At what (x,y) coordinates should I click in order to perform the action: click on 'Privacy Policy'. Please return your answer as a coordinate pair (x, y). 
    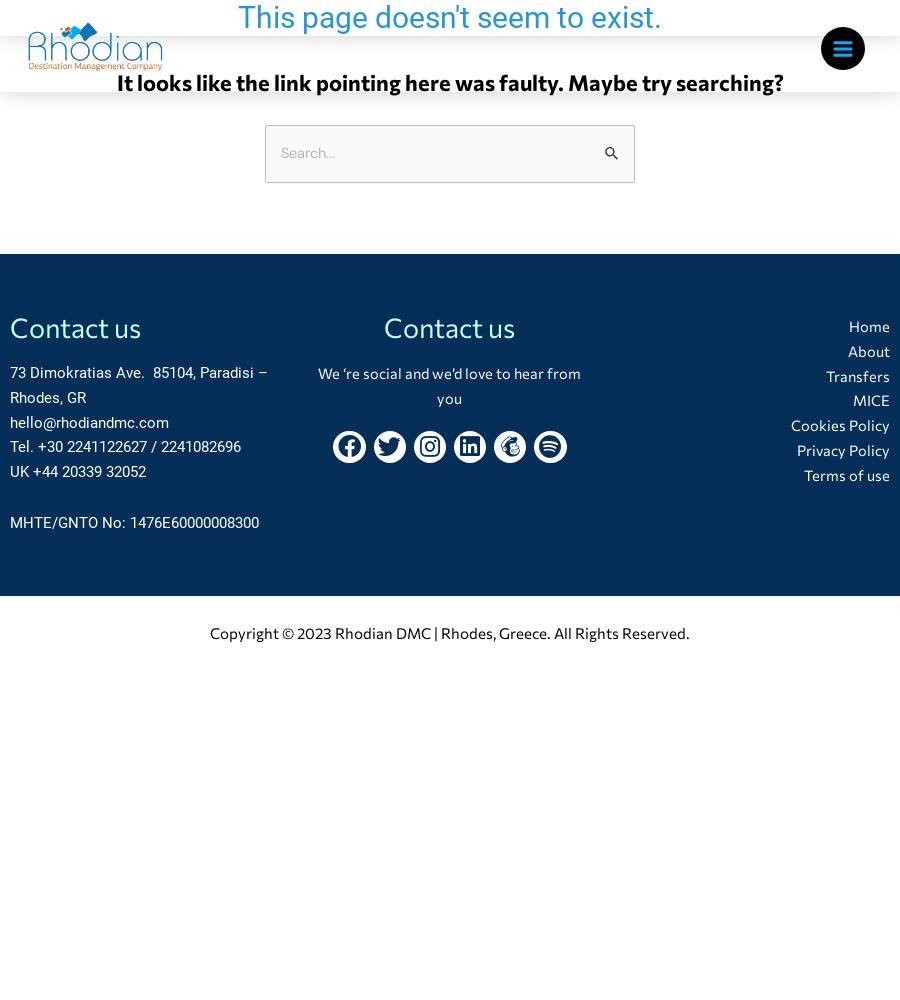
    Looking at the image, I should click on (795, 448).